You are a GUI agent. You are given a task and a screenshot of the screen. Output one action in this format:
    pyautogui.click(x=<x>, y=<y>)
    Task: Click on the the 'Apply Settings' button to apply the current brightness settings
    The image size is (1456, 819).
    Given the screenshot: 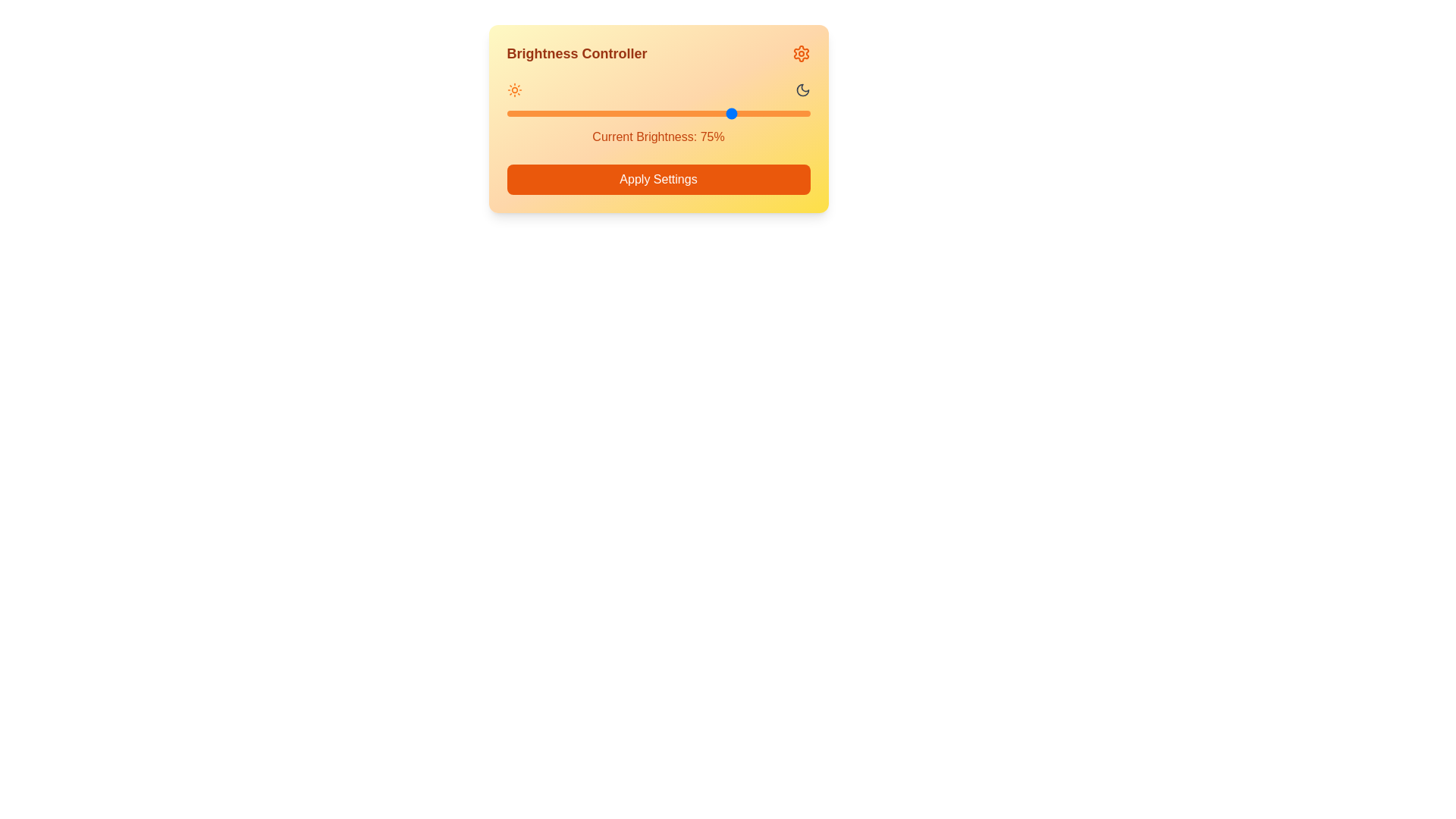 What is the action you would take?
    pyautogui.click(x=658, y=178)
    